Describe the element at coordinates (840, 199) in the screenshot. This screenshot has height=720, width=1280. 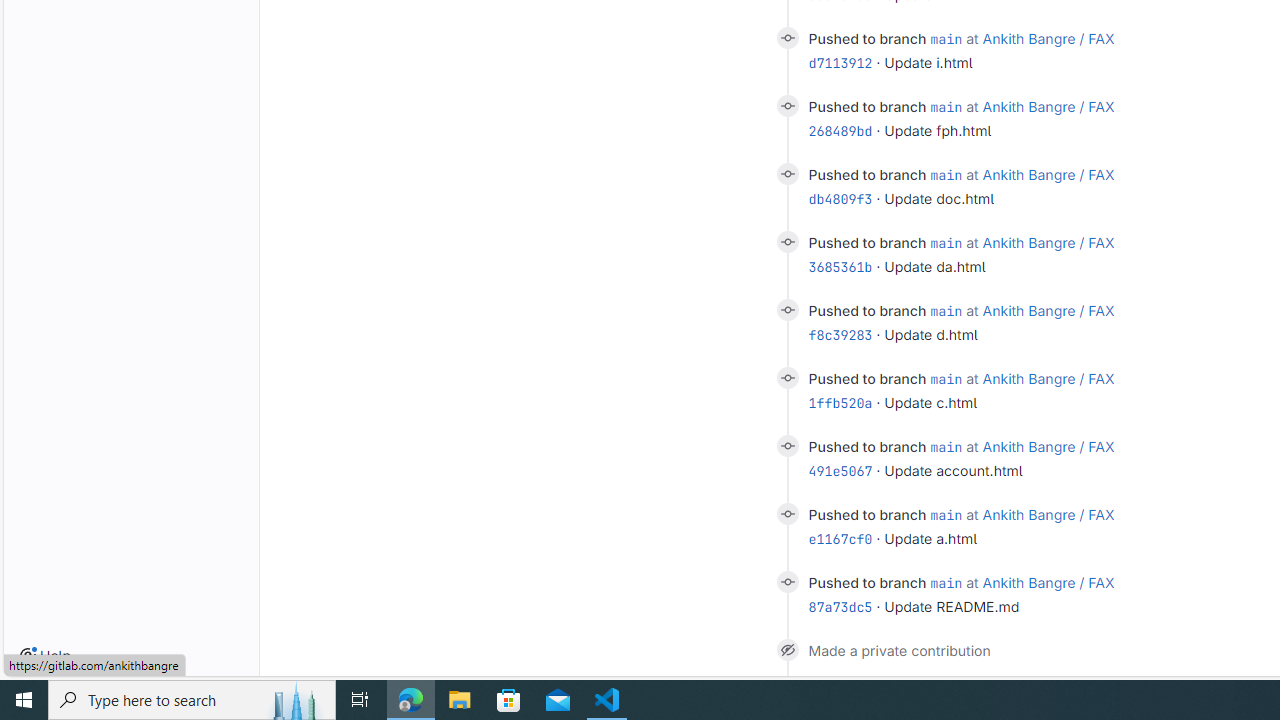
I see `'db4809f3'` at that location.